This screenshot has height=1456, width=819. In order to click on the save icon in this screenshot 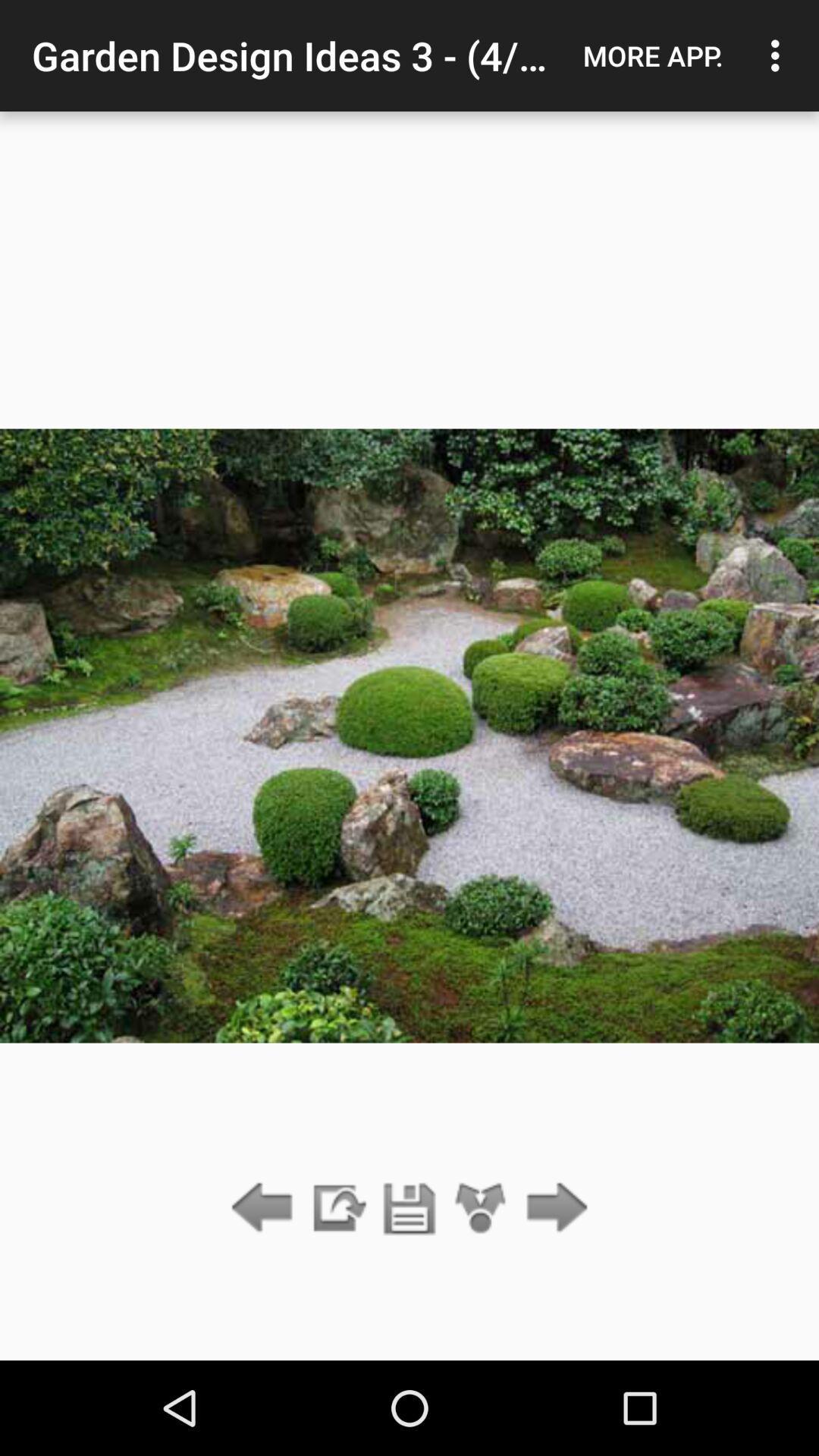, I will do `click(409, 1208)`.